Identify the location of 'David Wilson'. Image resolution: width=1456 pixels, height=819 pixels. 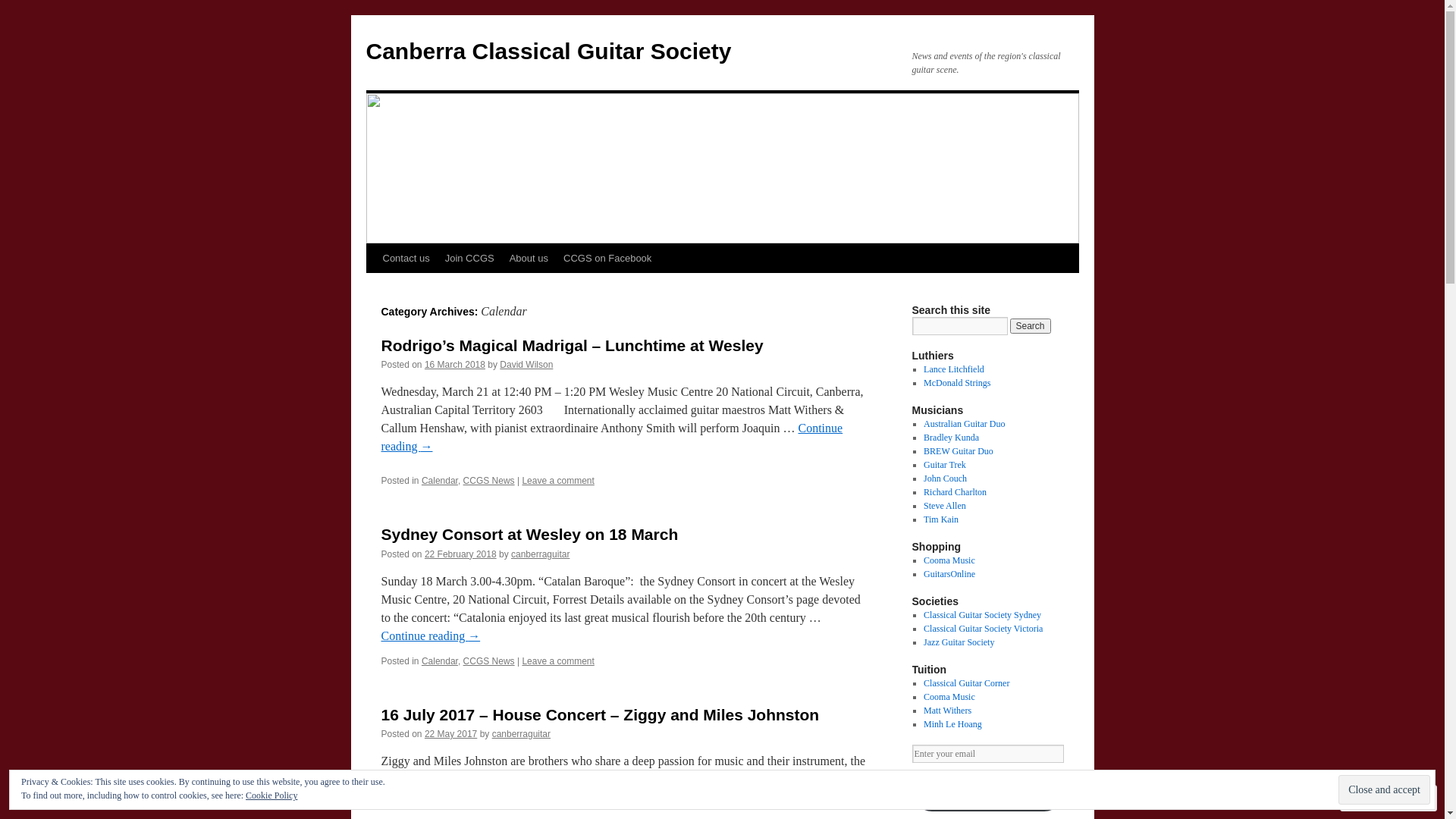
(526, 365).